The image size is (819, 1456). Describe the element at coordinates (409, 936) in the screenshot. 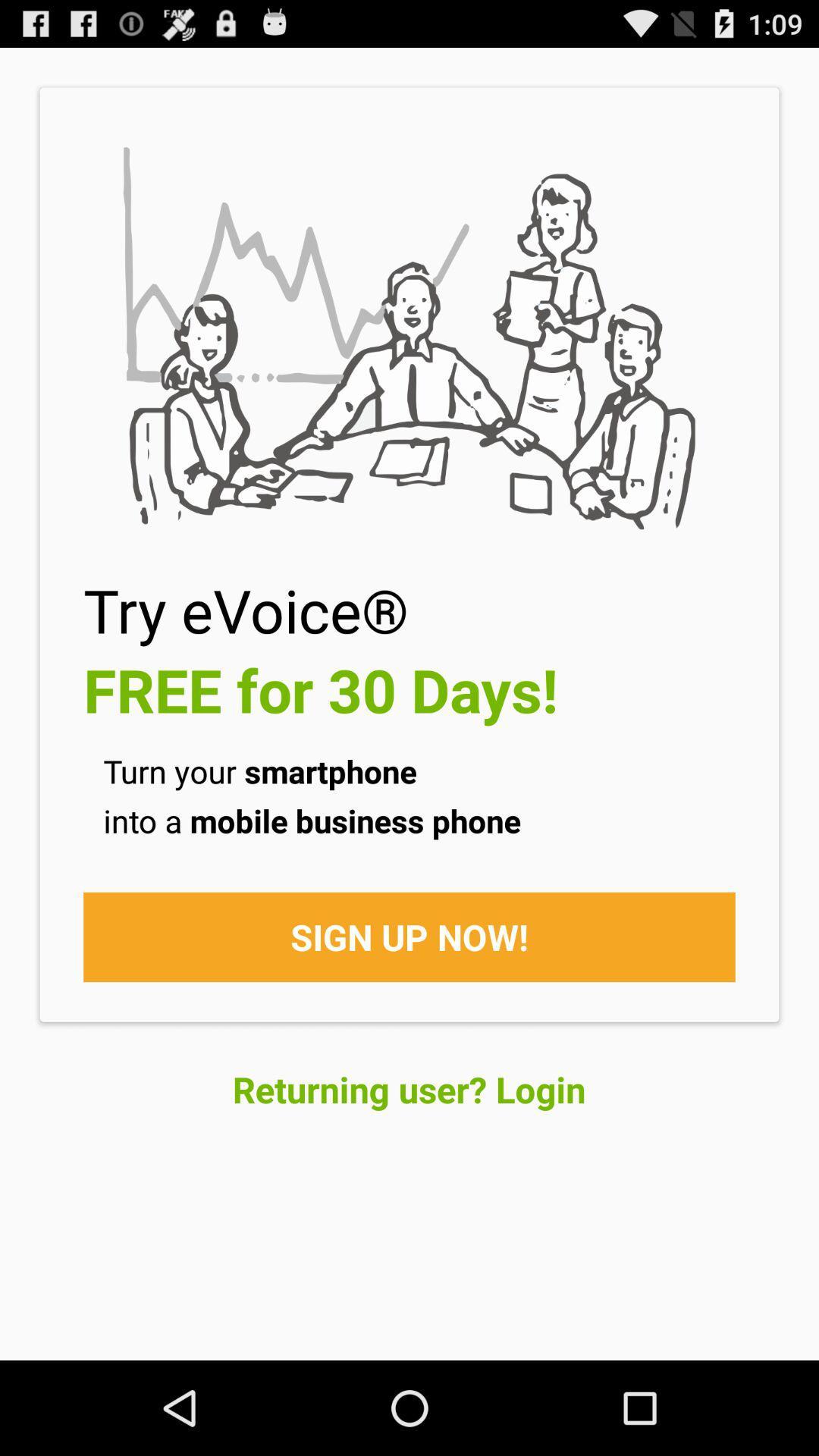

I see `the sign up now!` at that location.